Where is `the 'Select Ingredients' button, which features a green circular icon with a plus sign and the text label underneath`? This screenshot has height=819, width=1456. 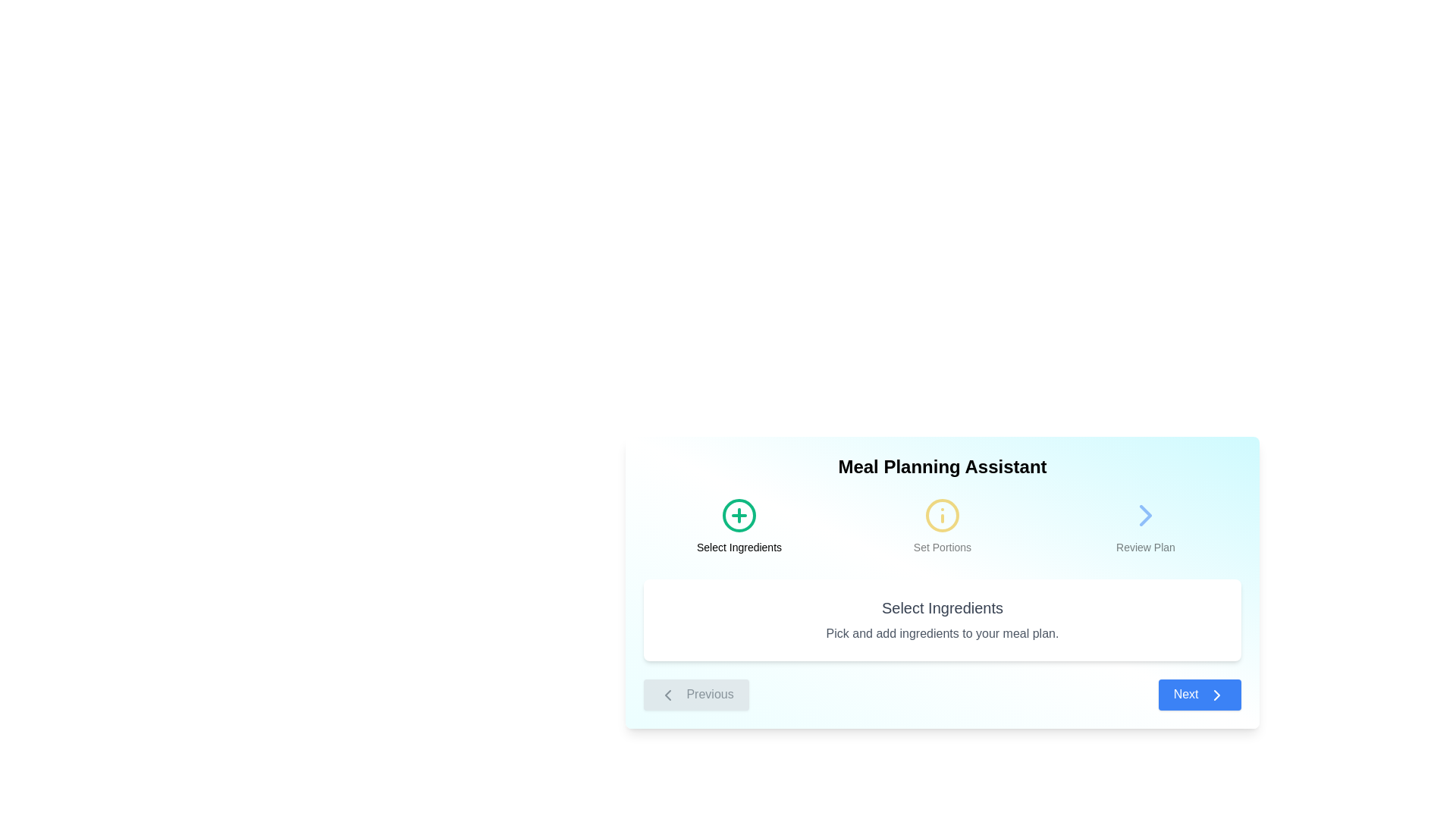
the 'Select Ingredients' button, which features a green circular icon with a plus sign and the text label underneath is located at coordinates (739, 526).